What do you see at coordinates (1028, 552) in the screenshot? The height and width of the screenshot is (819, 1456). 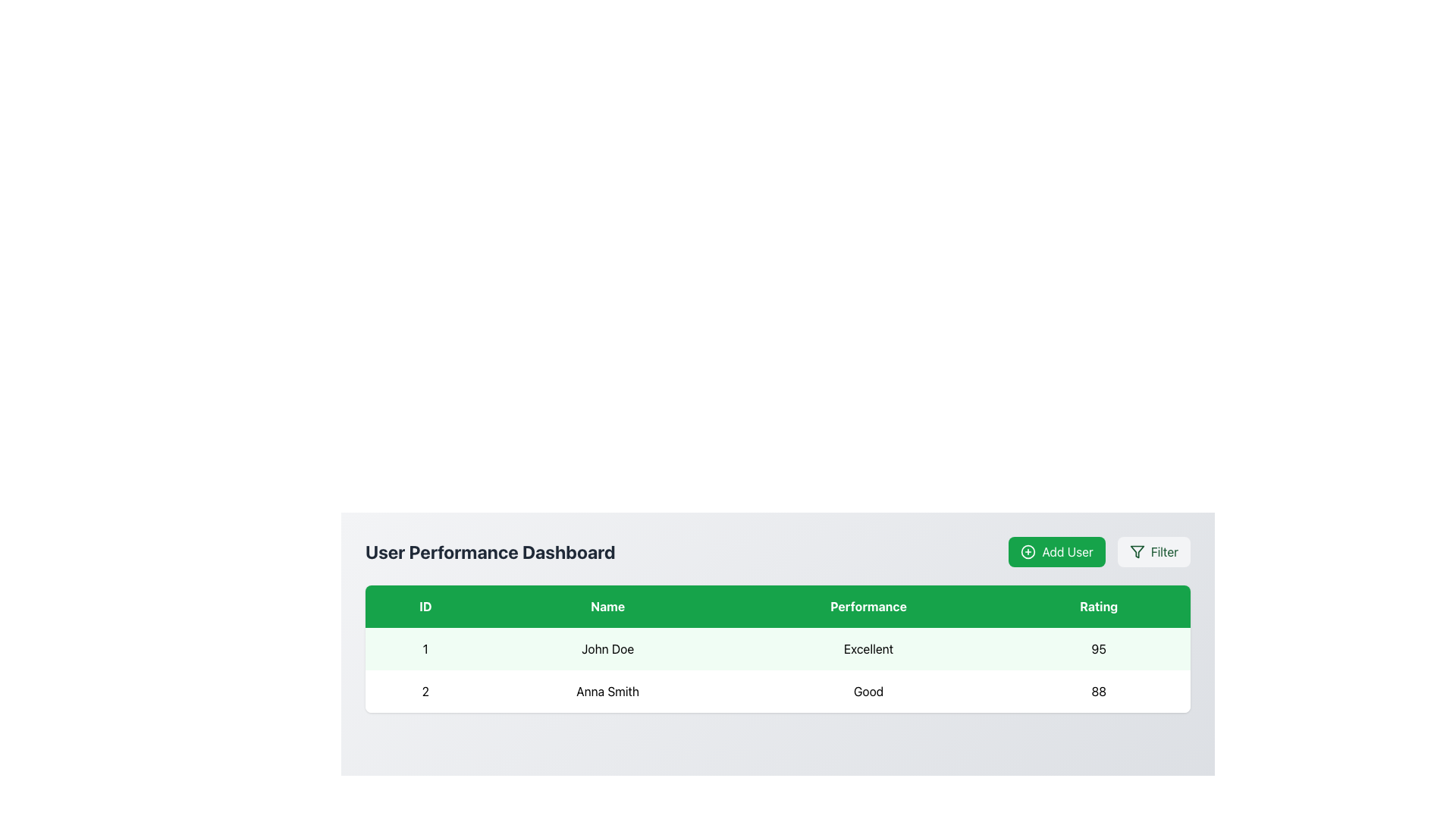 I see `the decorative icon representing a circle with a plus sign, which is located within the 'Add User' button, positioned to the right and slightly above a table displaying user performance data` at bounding box center [1028, 552].